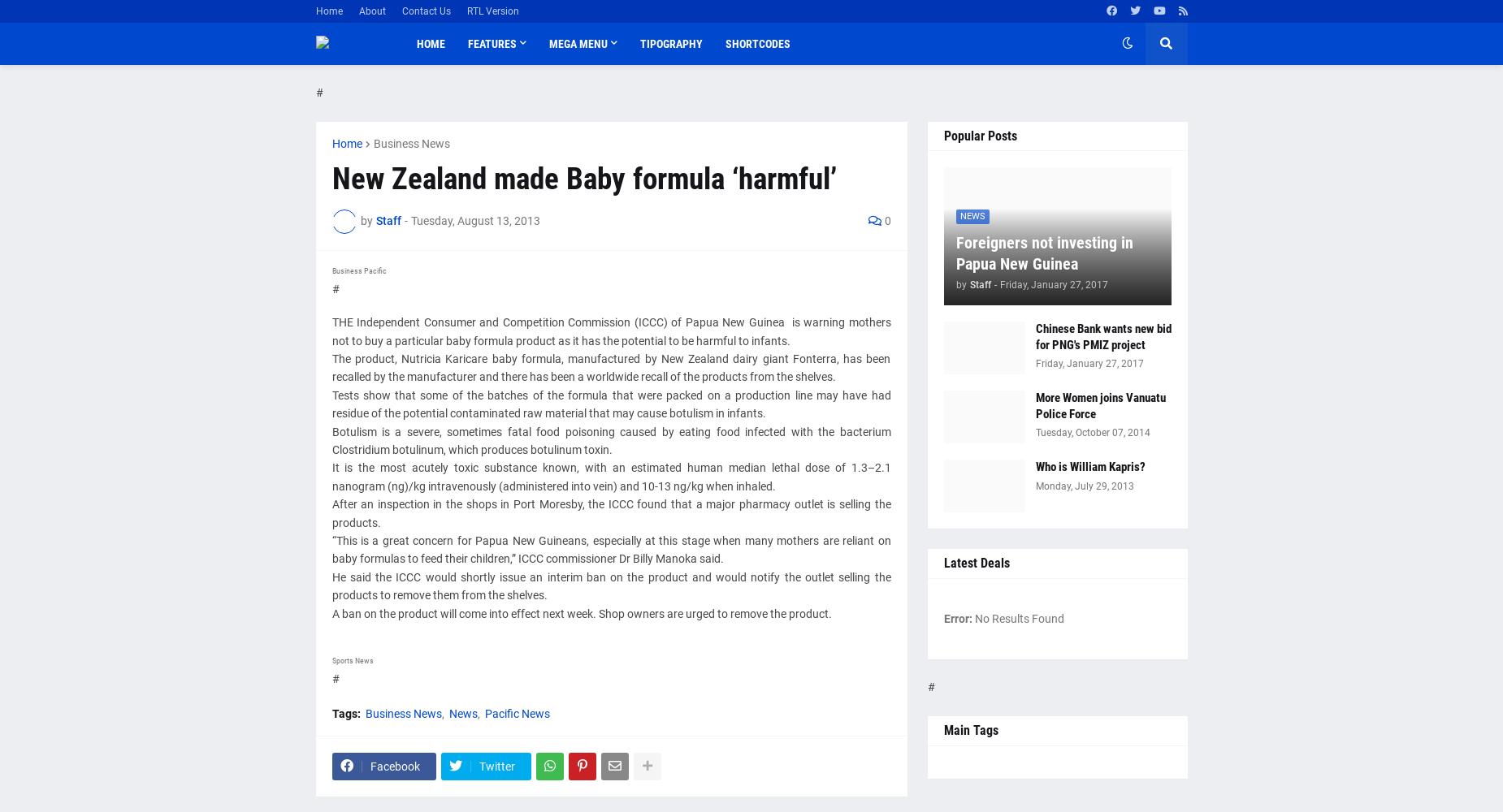 The image size is (1503, 812). I want to click on 'Get COVD-19 Vaccine and you go into draw to Win a Nissan Patrol Vehicle', so click(503, 211).